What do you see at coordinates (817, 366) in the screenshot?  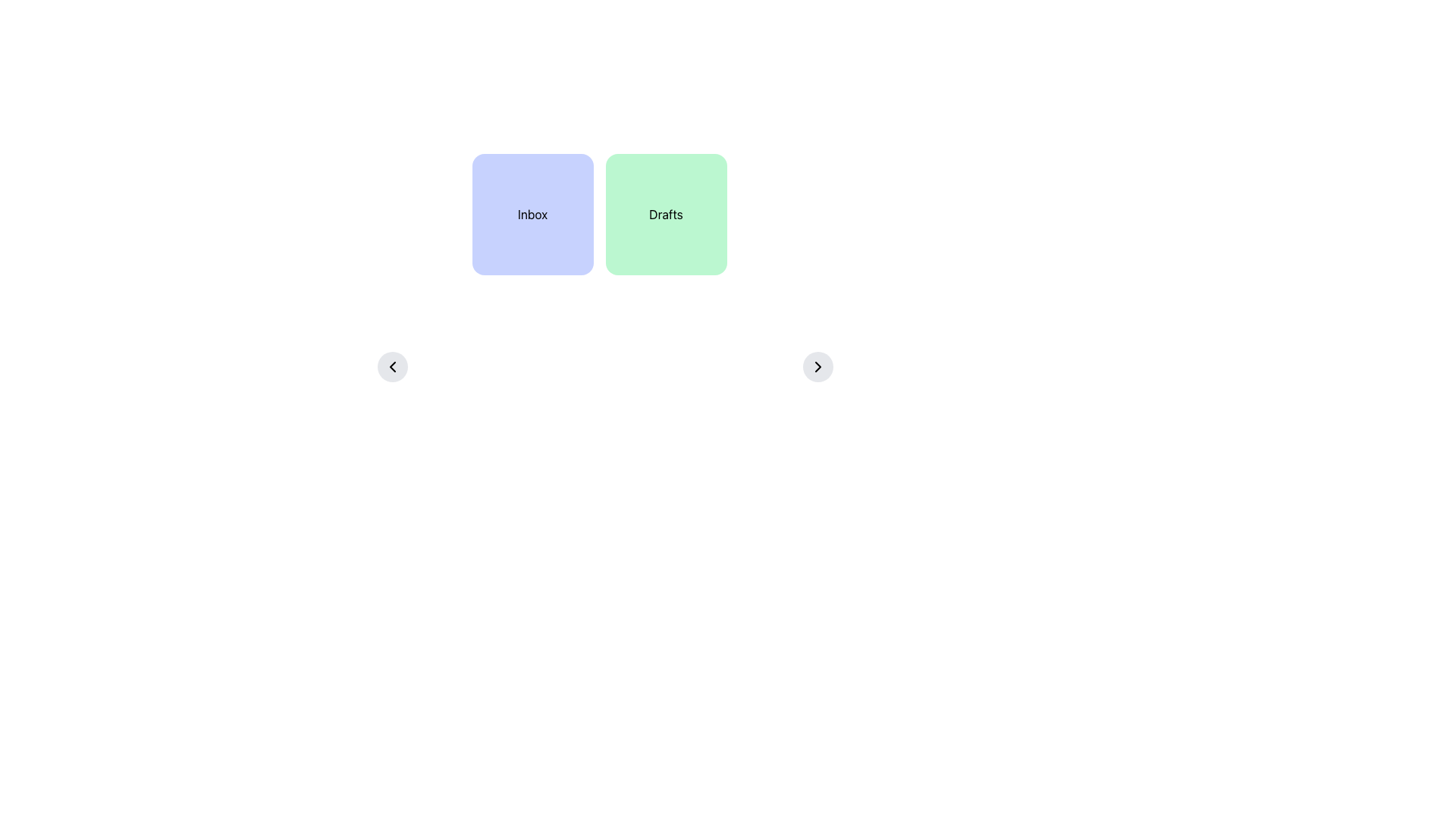 I see `the circular button with a light gray background and a right-pointing black chevron icon` at bounding box center [817, 366].